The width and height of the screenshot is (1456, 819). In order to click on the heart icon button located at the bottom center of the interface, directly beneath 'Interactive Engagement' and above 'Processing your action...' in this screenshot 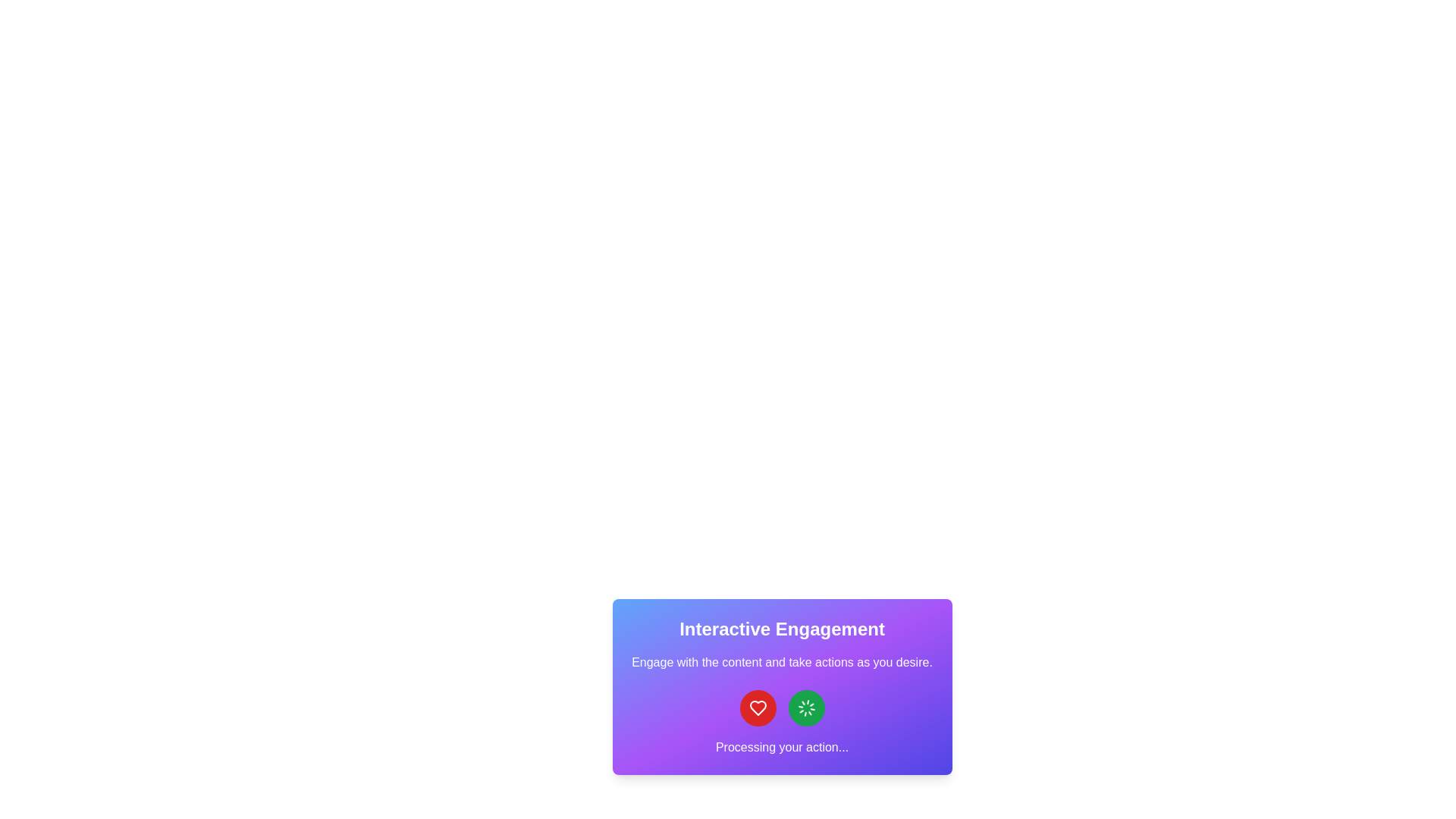, I will do `click(758, 708)`.